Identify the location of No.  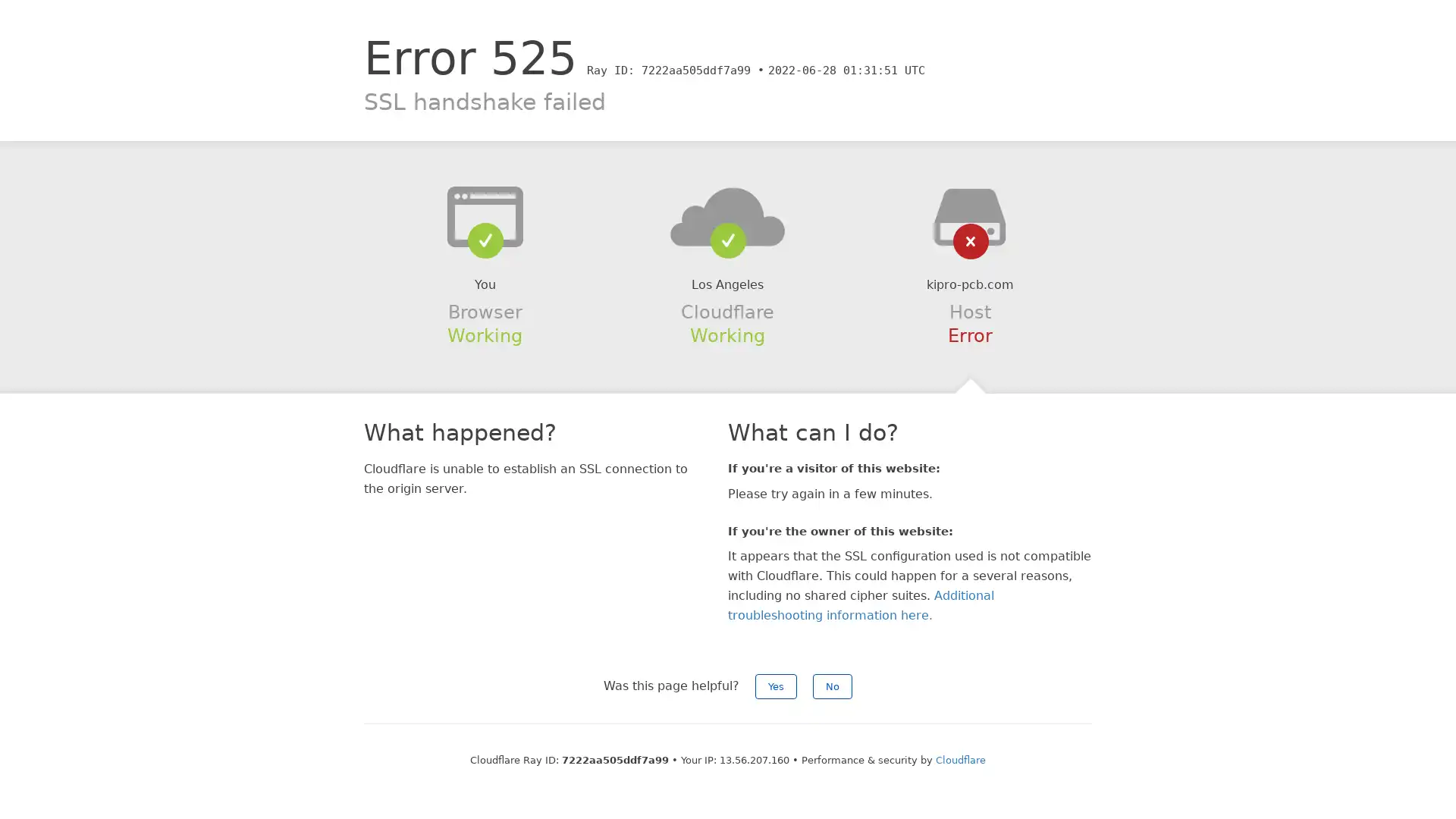
(832, 686).